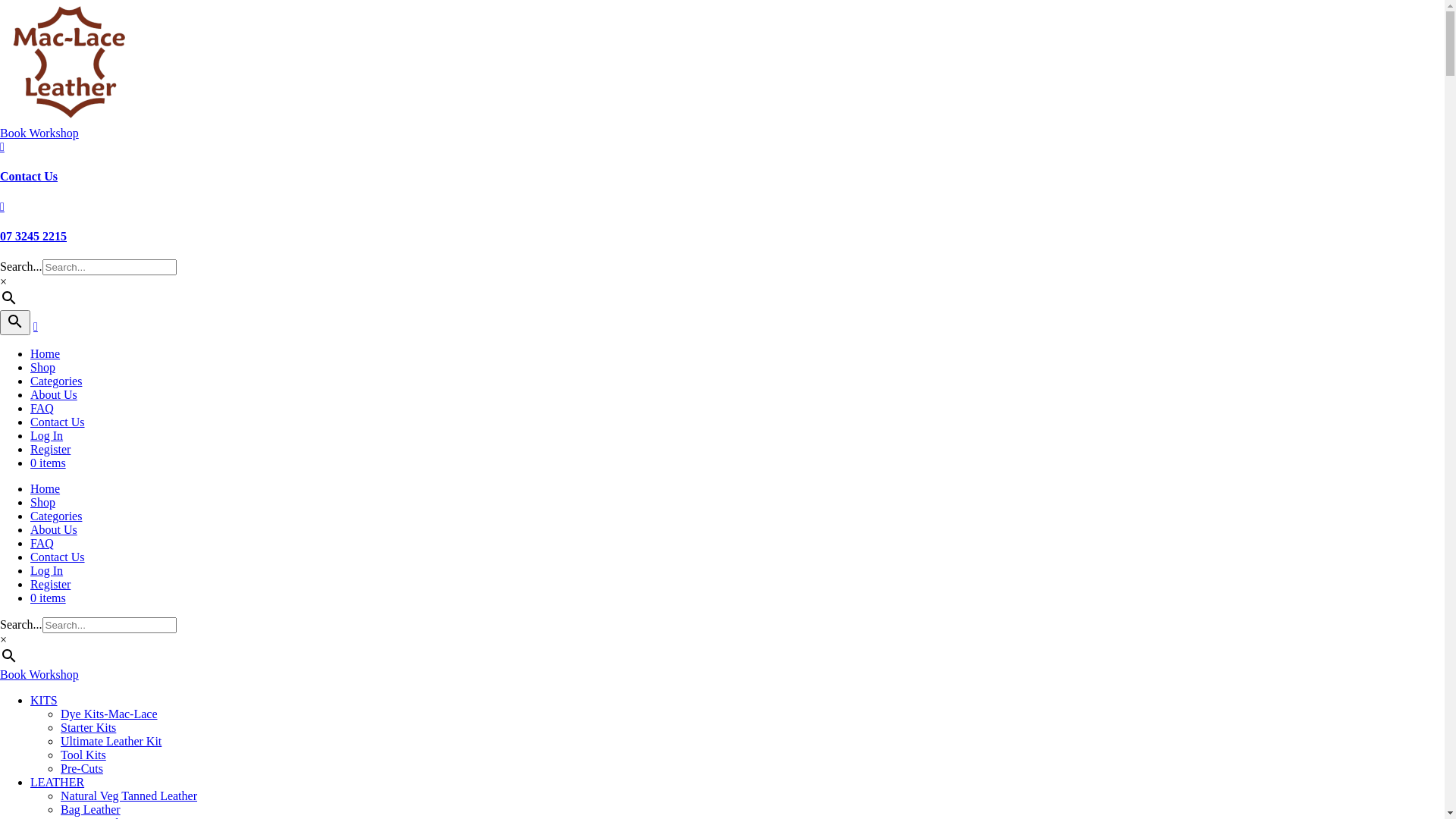 The image size is (1456, 819). Describe the element at coordinates (50, 448) in the screenshot. I see `'Register'` at that location.